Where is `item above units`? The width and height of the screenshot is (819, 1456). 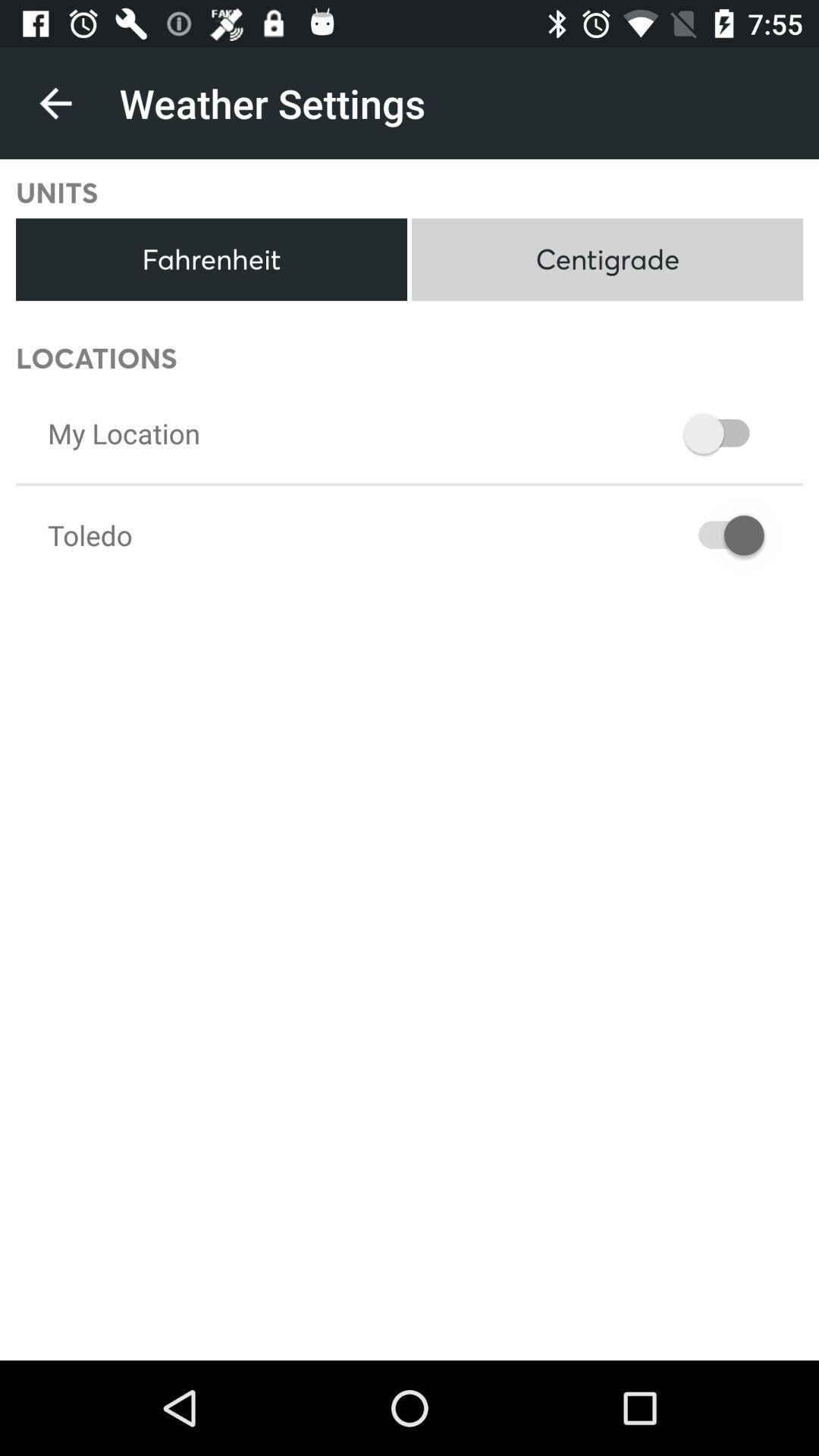 item above units is located at coordinates (55, 102).